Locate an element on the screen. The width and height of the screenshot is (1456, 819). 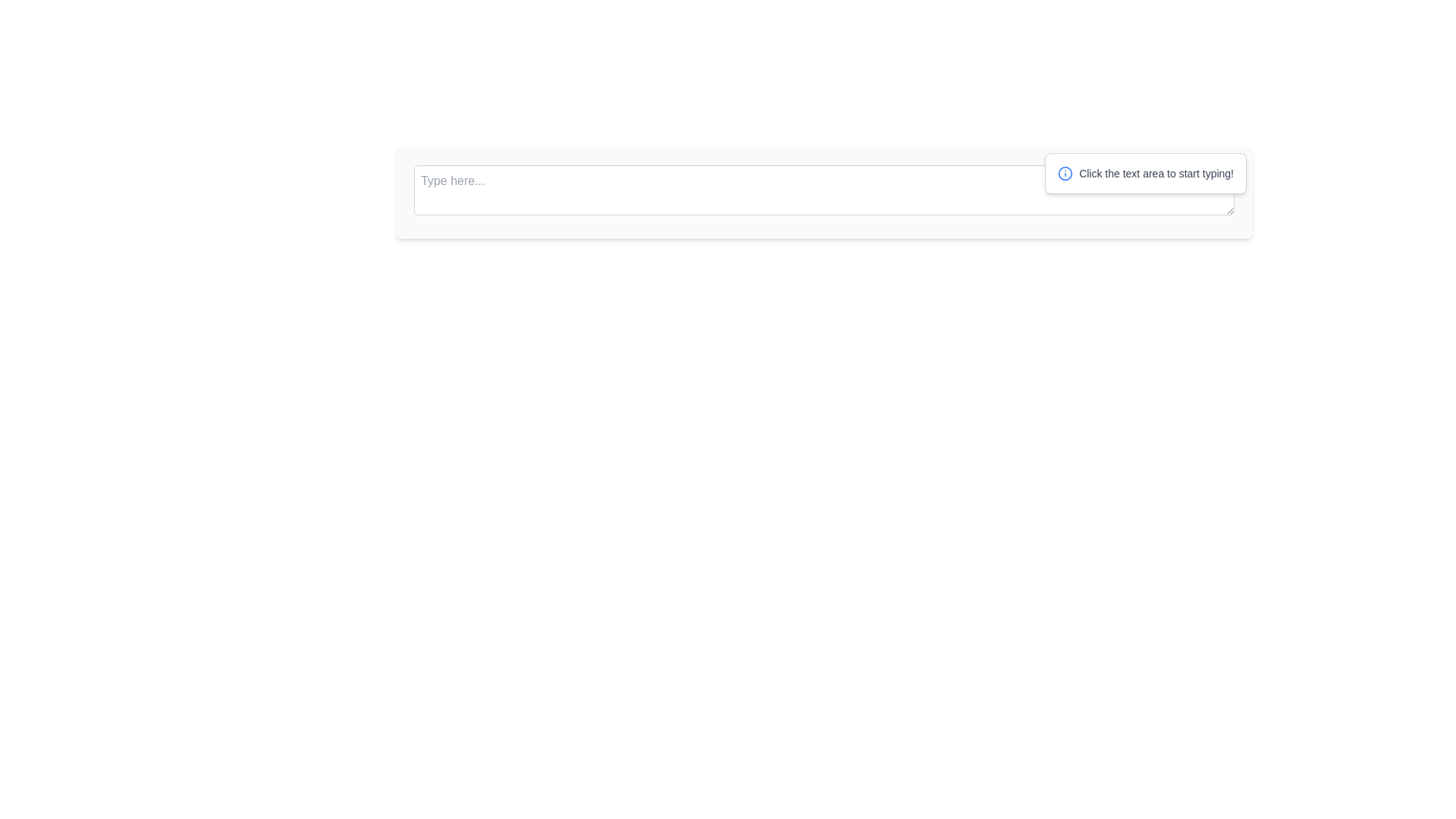
the Informative Label that displays the message 'Click the text area to start typing!' is located at coordinates (1146, 172).